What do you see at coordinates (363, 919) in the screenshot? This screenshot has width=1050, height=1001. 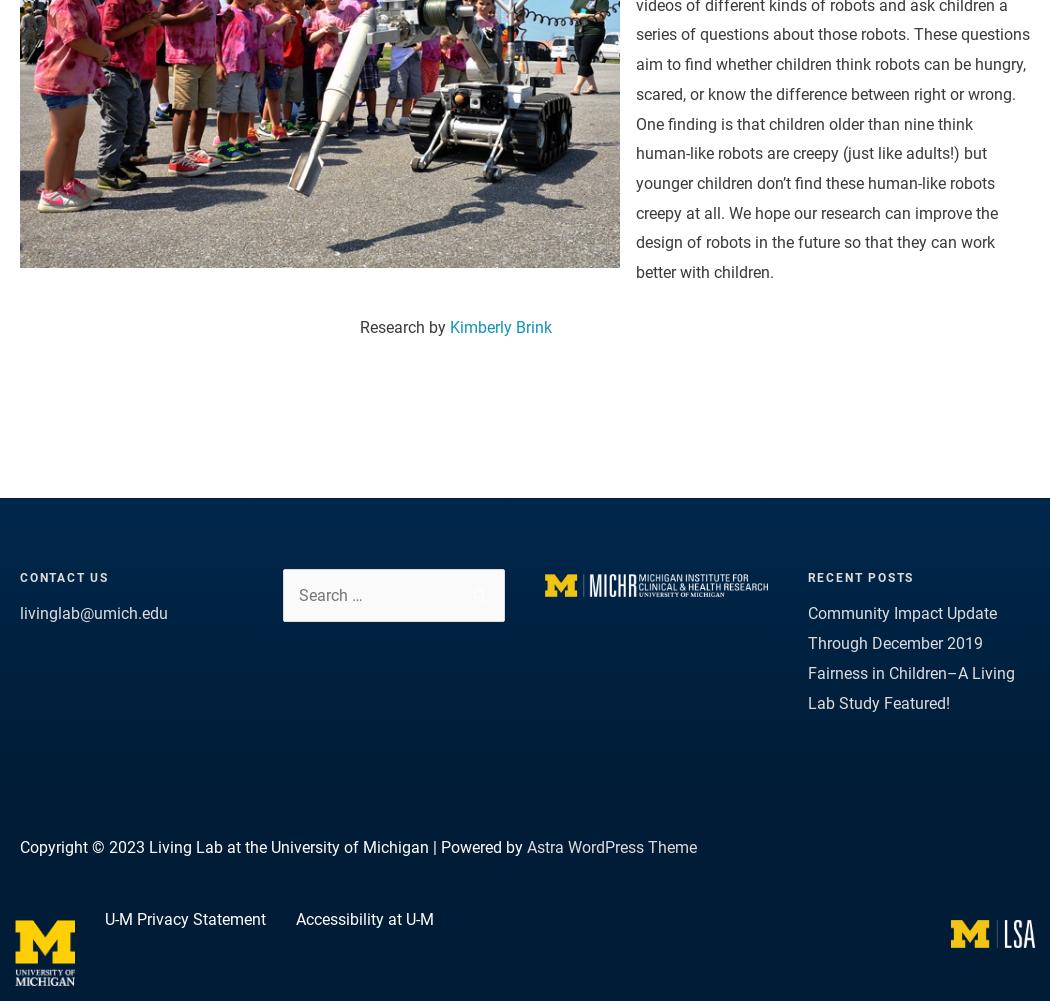 I see `'Accessibility at U-M'` at bounding box center [363, 919].